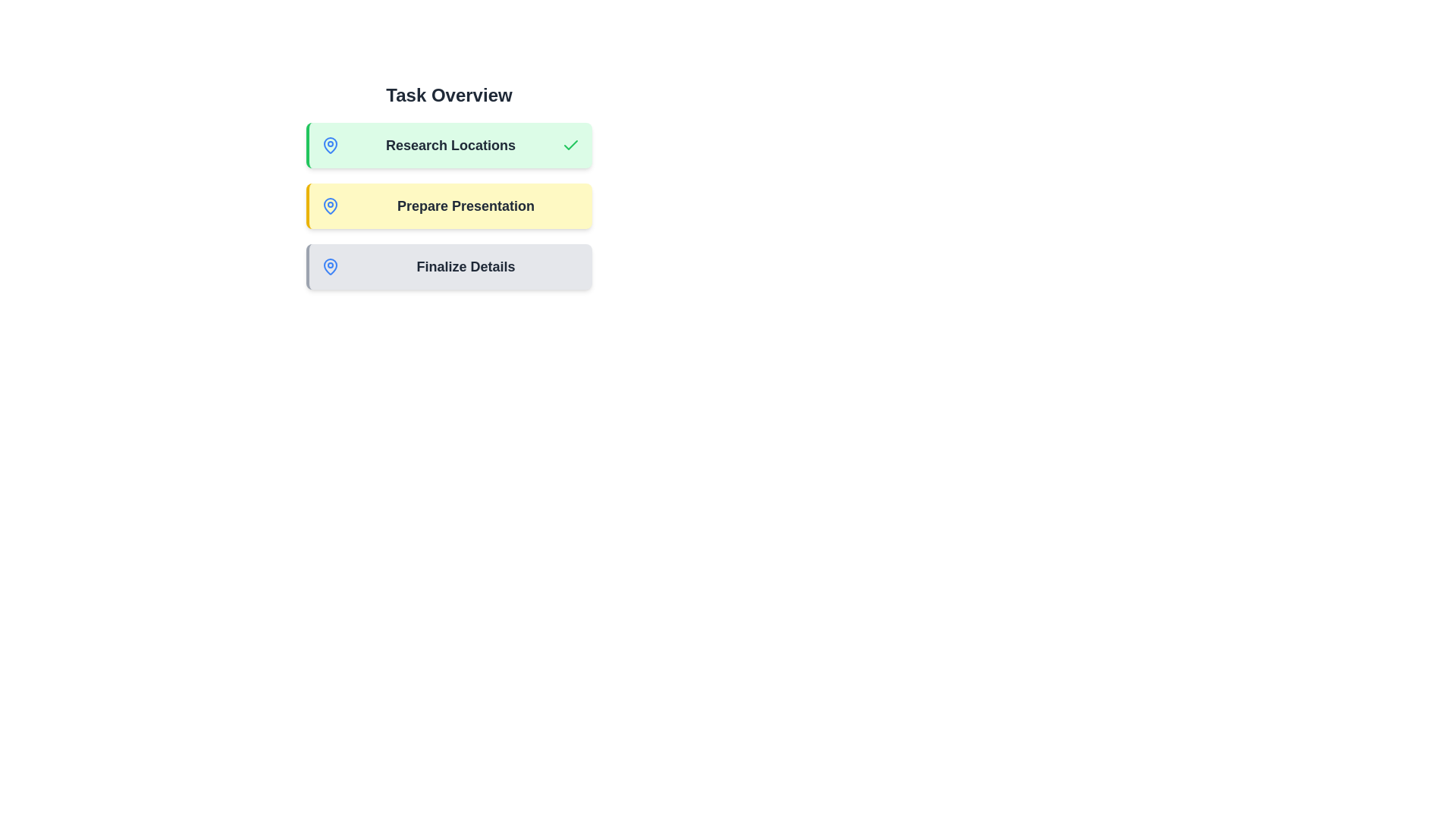 This screenshot has height=819, width=1456. I want to click on the task chip of Research Locations, so click(448, 146).